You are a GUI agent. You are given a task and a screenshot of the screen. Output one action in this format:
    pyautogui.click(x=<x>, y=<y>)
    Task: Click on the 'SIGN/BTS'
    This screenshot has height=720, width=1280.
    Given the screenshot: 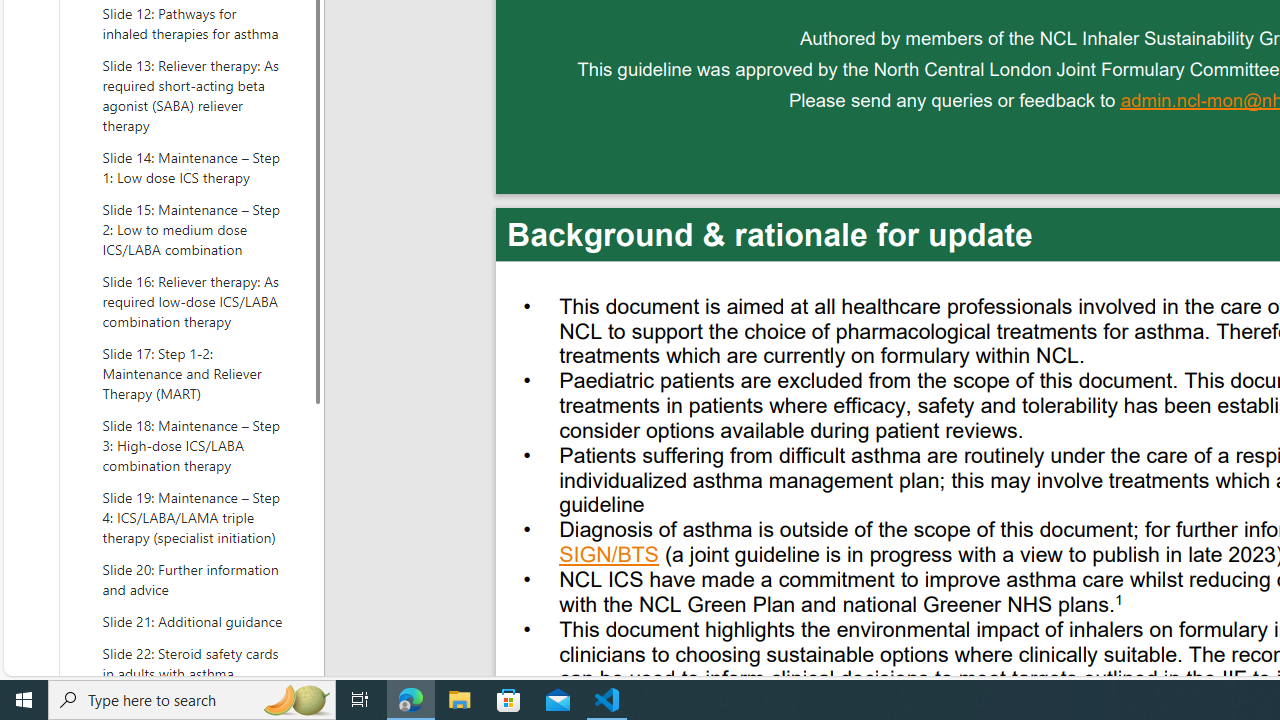 What is the action you would take?
    pyautogui.click(x=608, y=557)
    